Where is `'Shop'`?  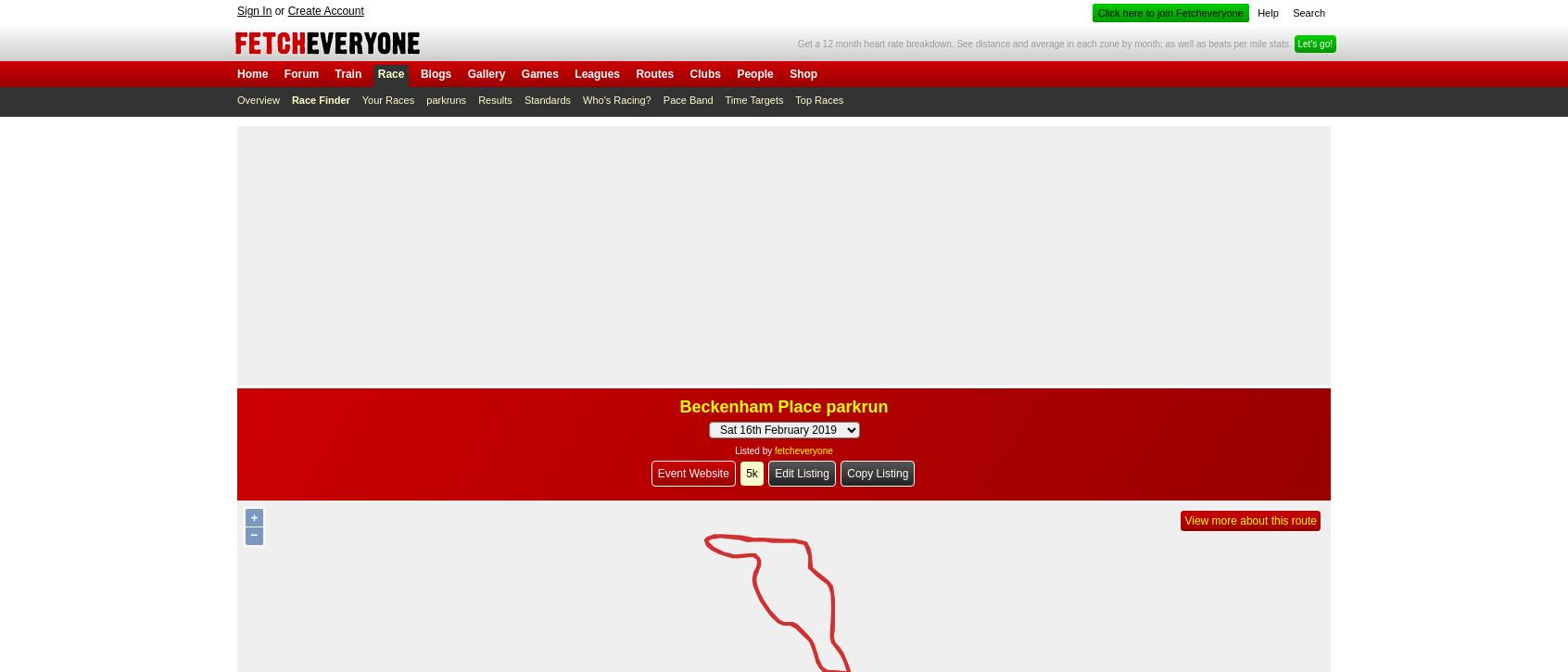 'Shop' is located at coordinates (802, 73).